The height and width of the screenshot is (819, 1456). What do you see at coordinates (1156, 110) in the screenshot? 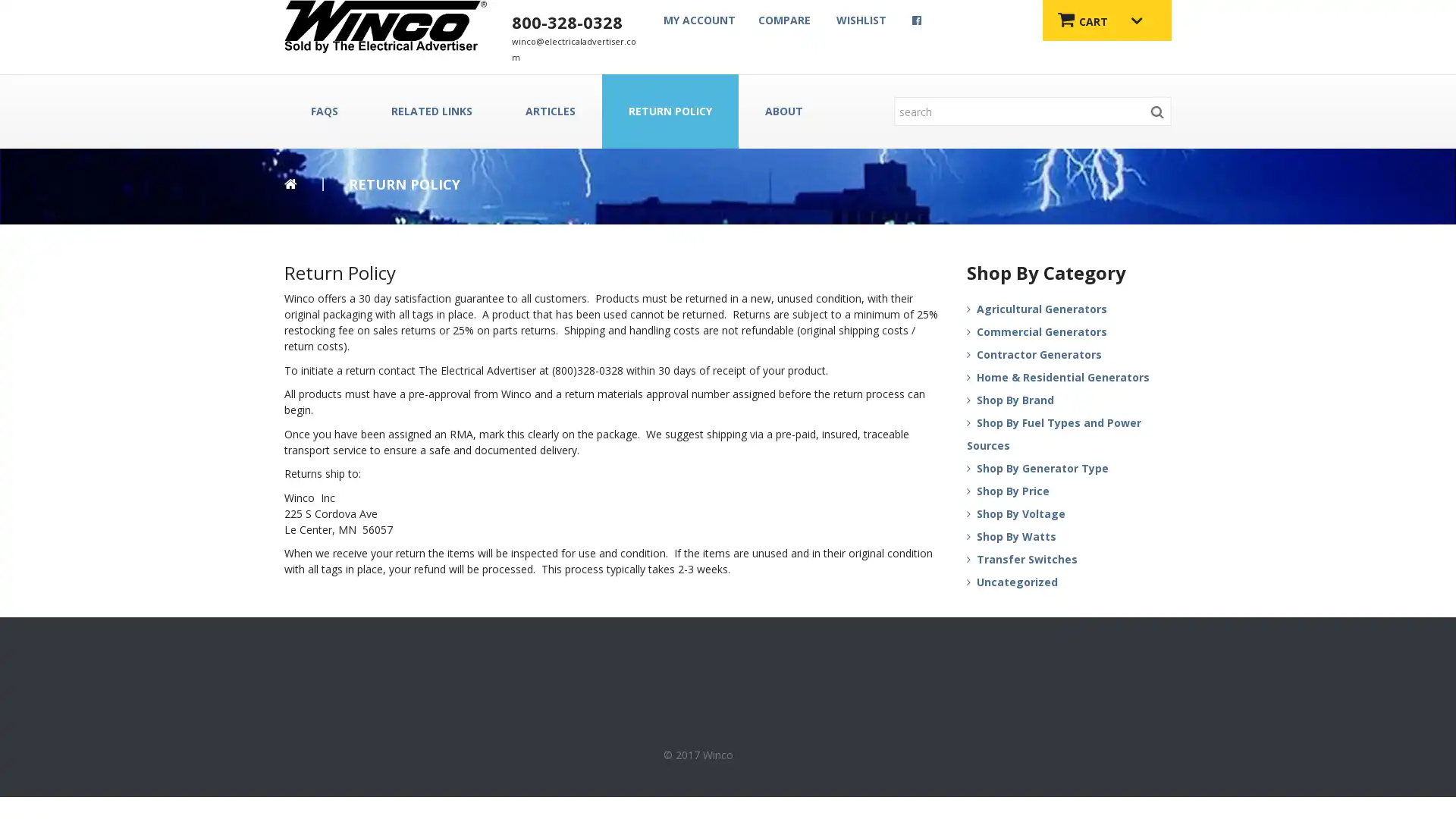
I see `Go` at bounding box center [1156, 110].